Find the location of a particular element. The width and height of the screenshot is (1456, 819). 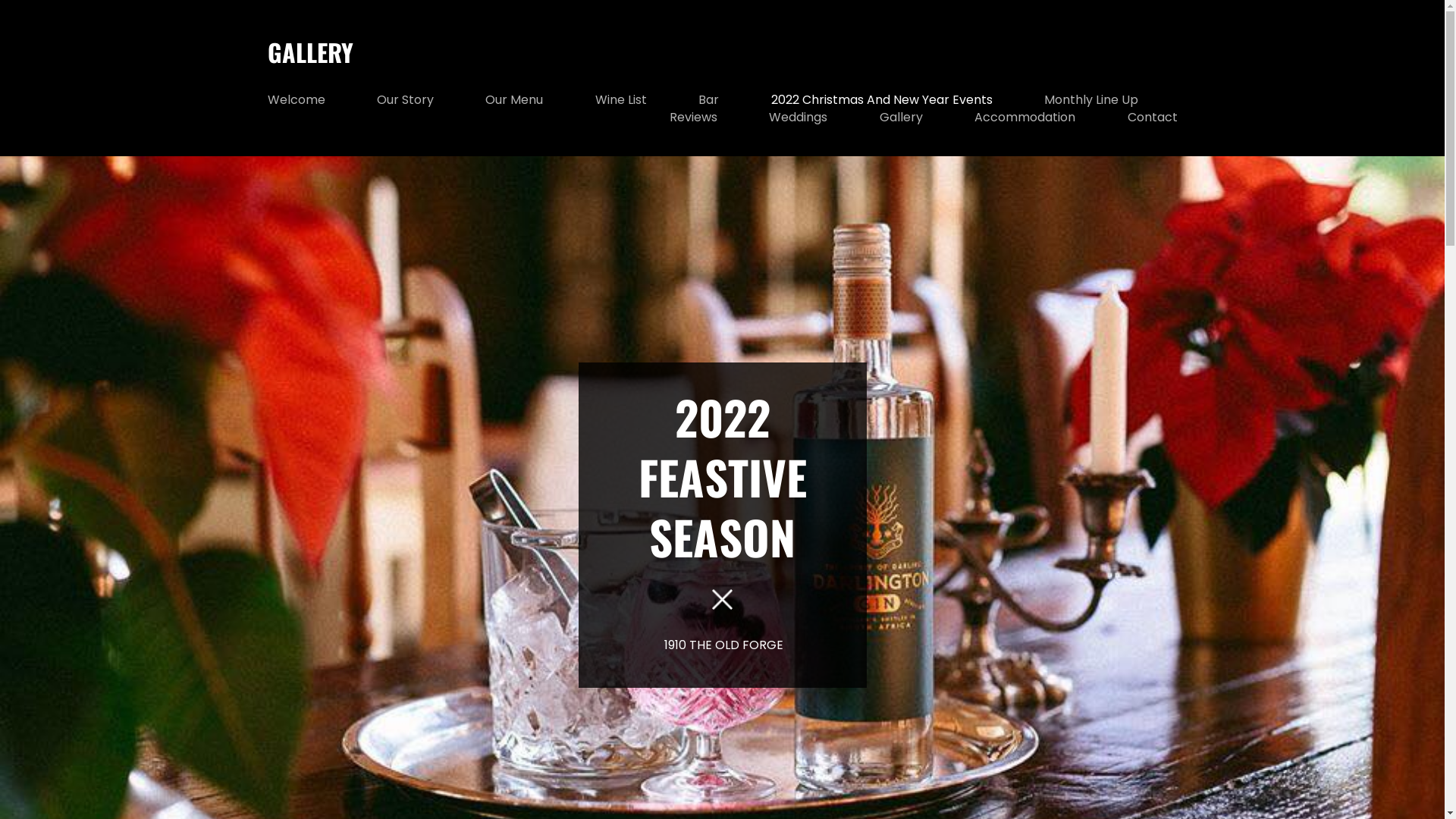

'Wine List' is located at coordinates (621, 99).